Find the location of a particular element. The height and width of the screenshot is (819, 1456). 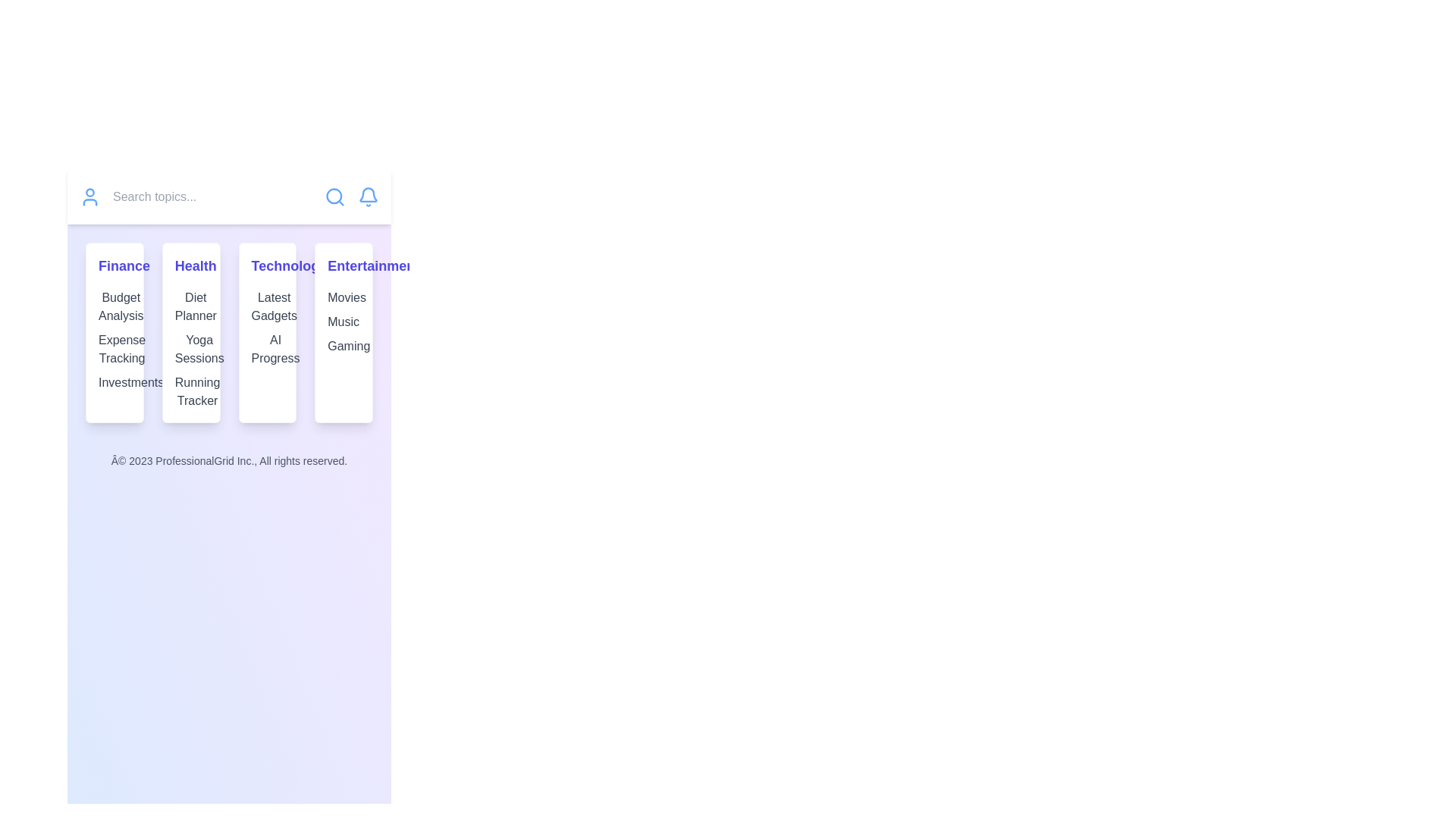

the notifications icon located at the far-right end of the layout is located at coordinates (368, 196).